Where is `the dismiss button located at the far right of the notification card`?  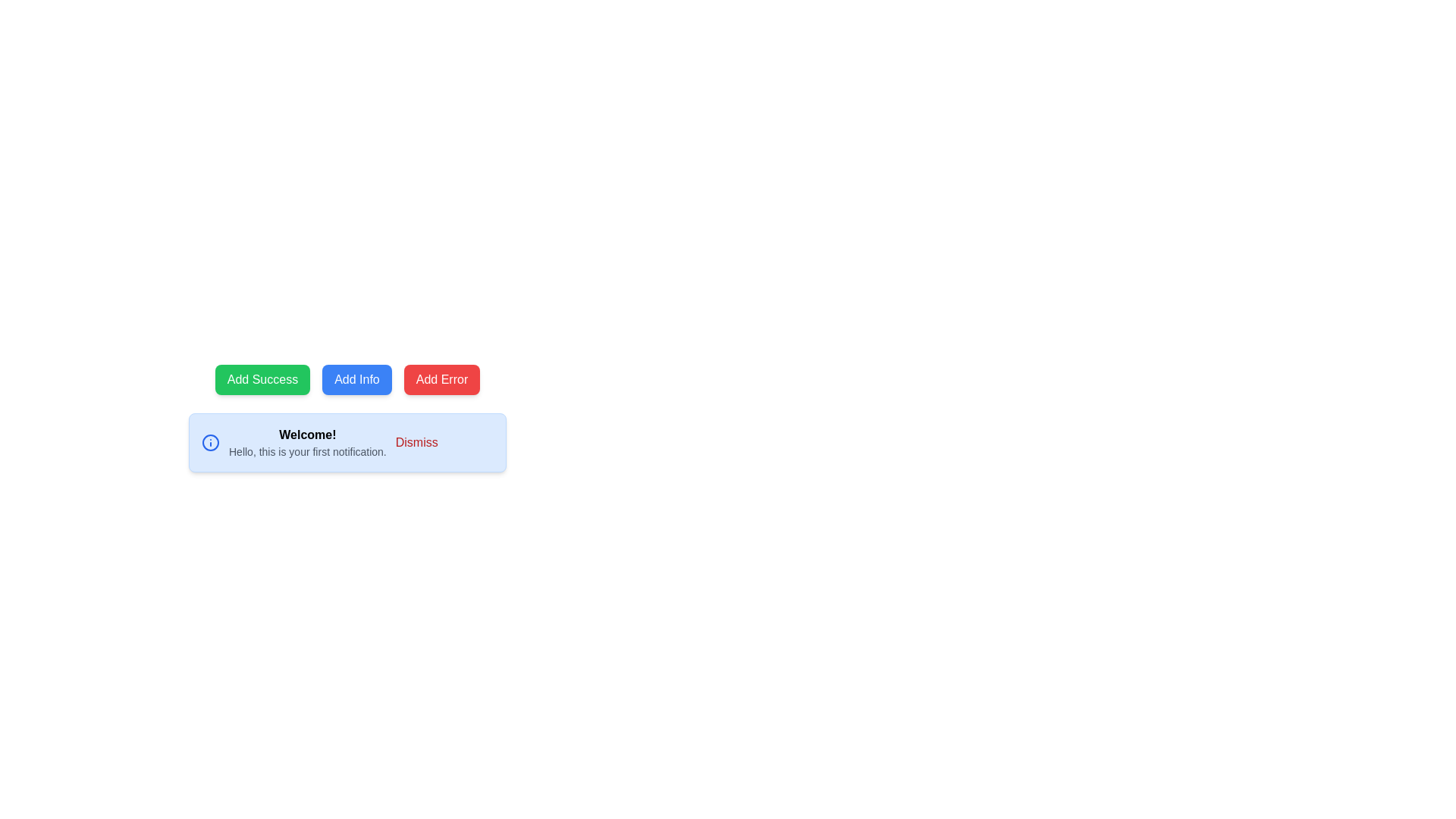 the dismiss button located at the far right of the notification card is located at coordinates (416, 442).